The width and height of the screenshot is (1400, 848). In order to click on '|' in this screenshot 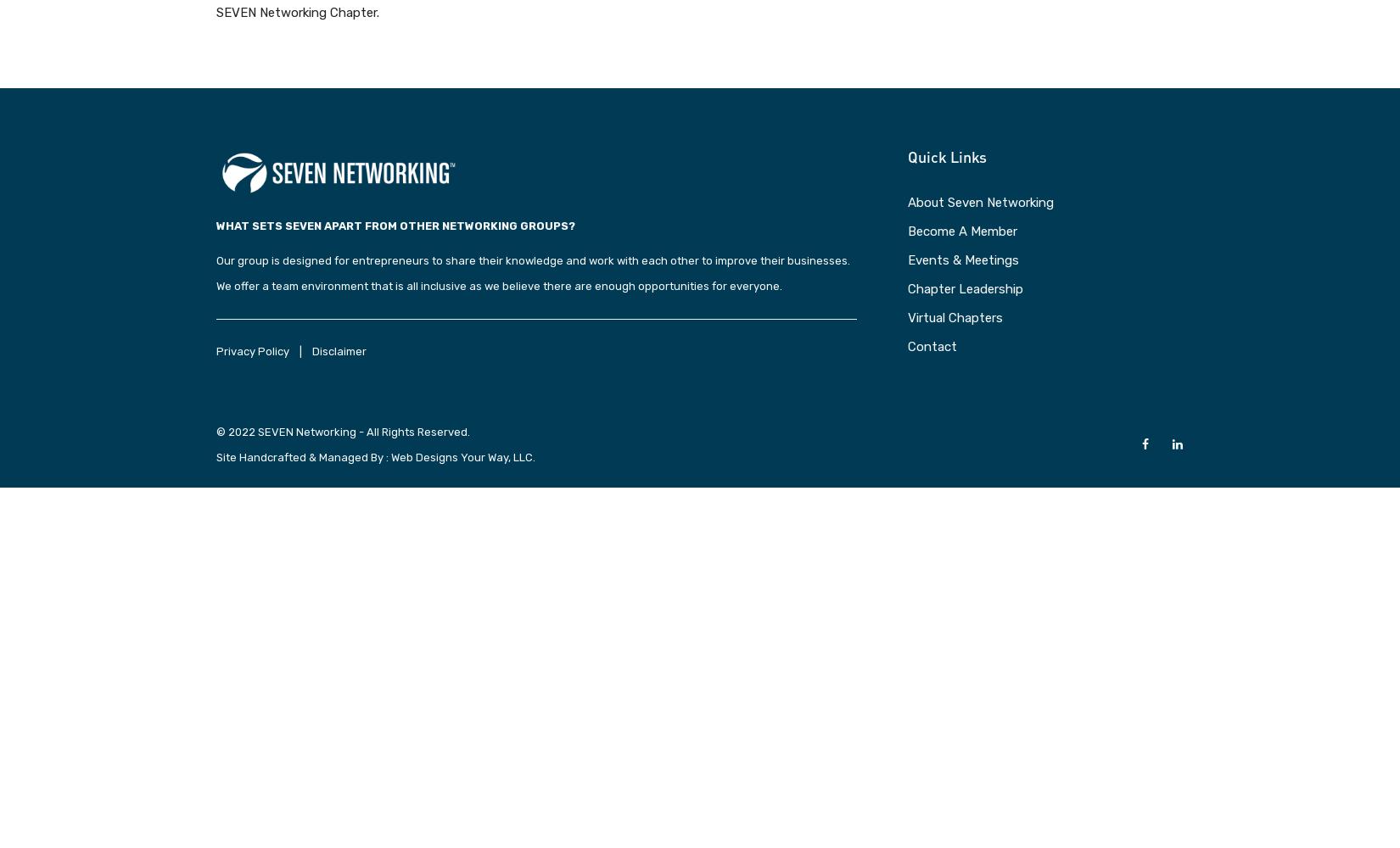, I will do `click(300, 351)`.